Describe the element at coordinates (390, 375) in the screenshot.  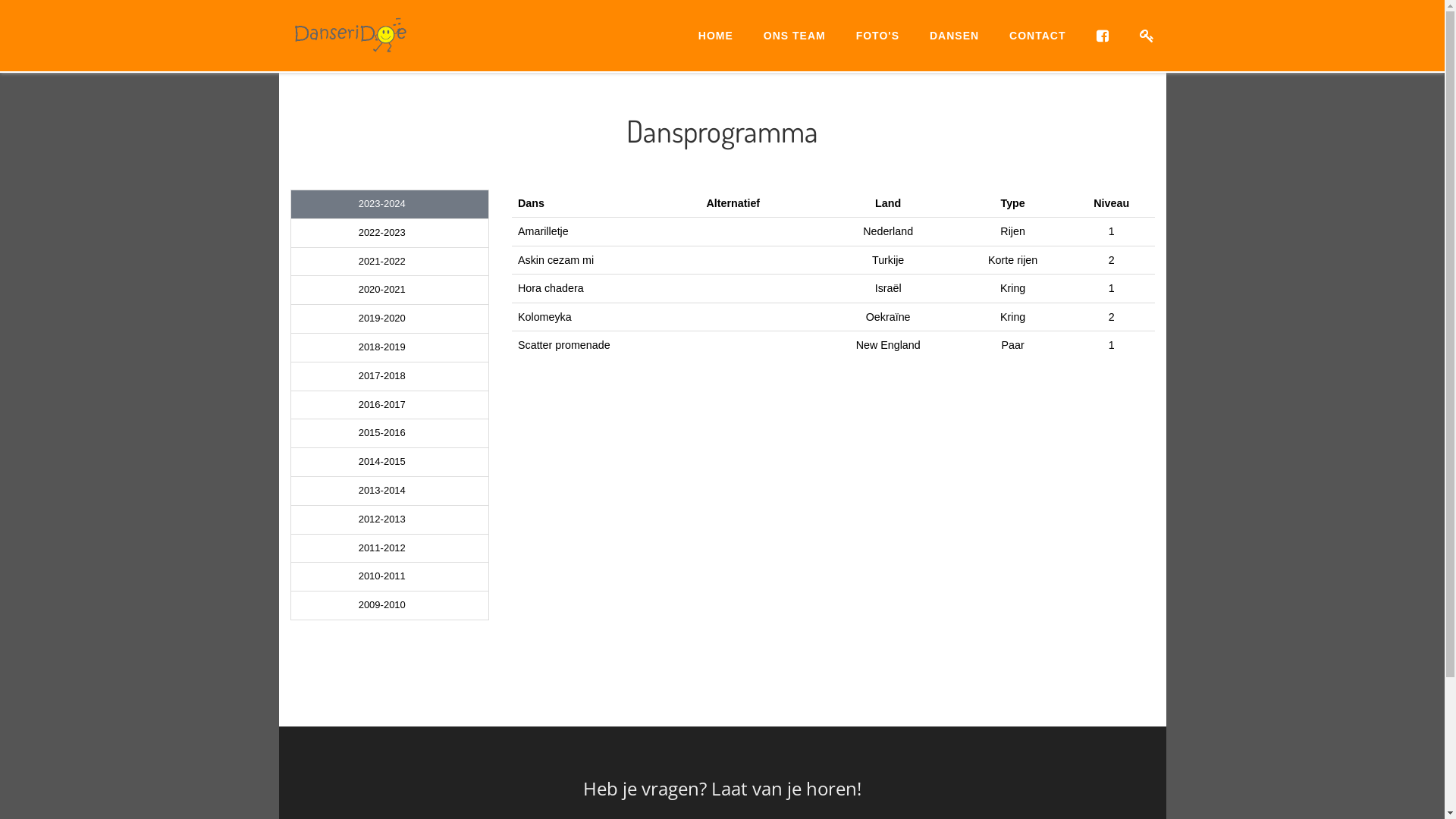
I see `'2017-2018'` at that location.